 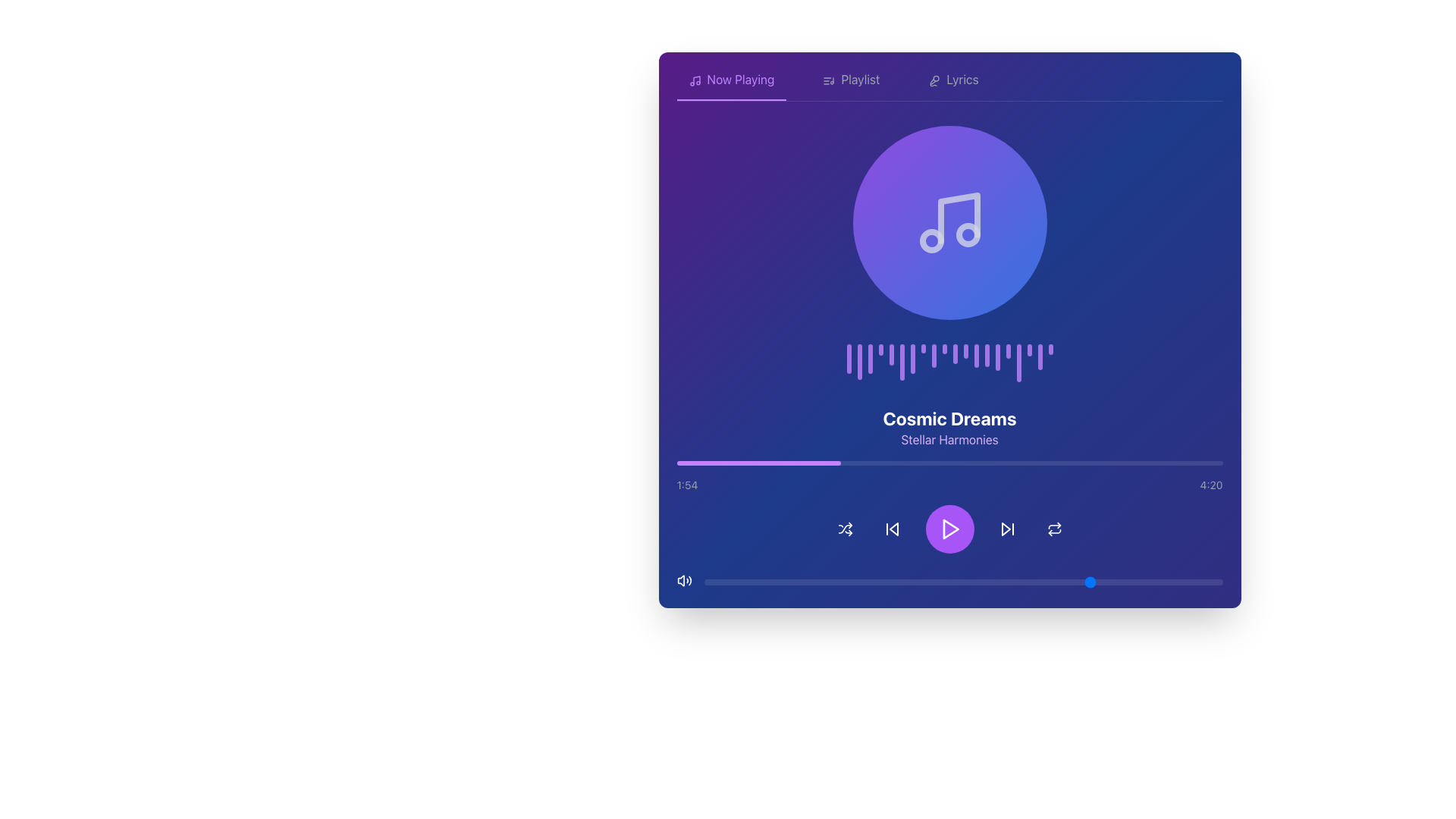 What do you see at coordinates (848, 359) in the screenshot?
I see `the first purple decorative bar in the horizontal series, which serves as a visual indicator, positioned below a circular icon and text` at bounding box center [848, 359].